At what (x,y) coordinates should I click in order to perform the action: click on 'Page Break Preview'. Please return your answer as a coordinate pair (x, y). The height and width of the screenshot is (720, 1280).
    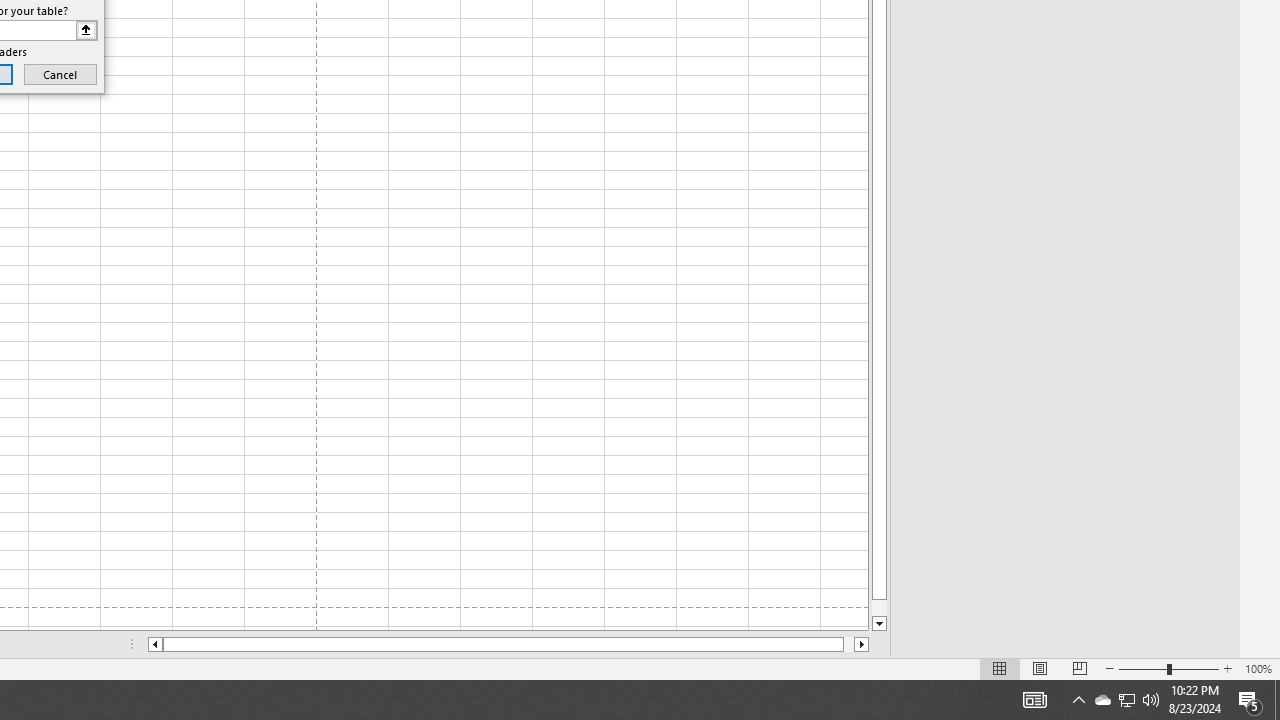
    Looking at the image, I should click on (1078, 669).